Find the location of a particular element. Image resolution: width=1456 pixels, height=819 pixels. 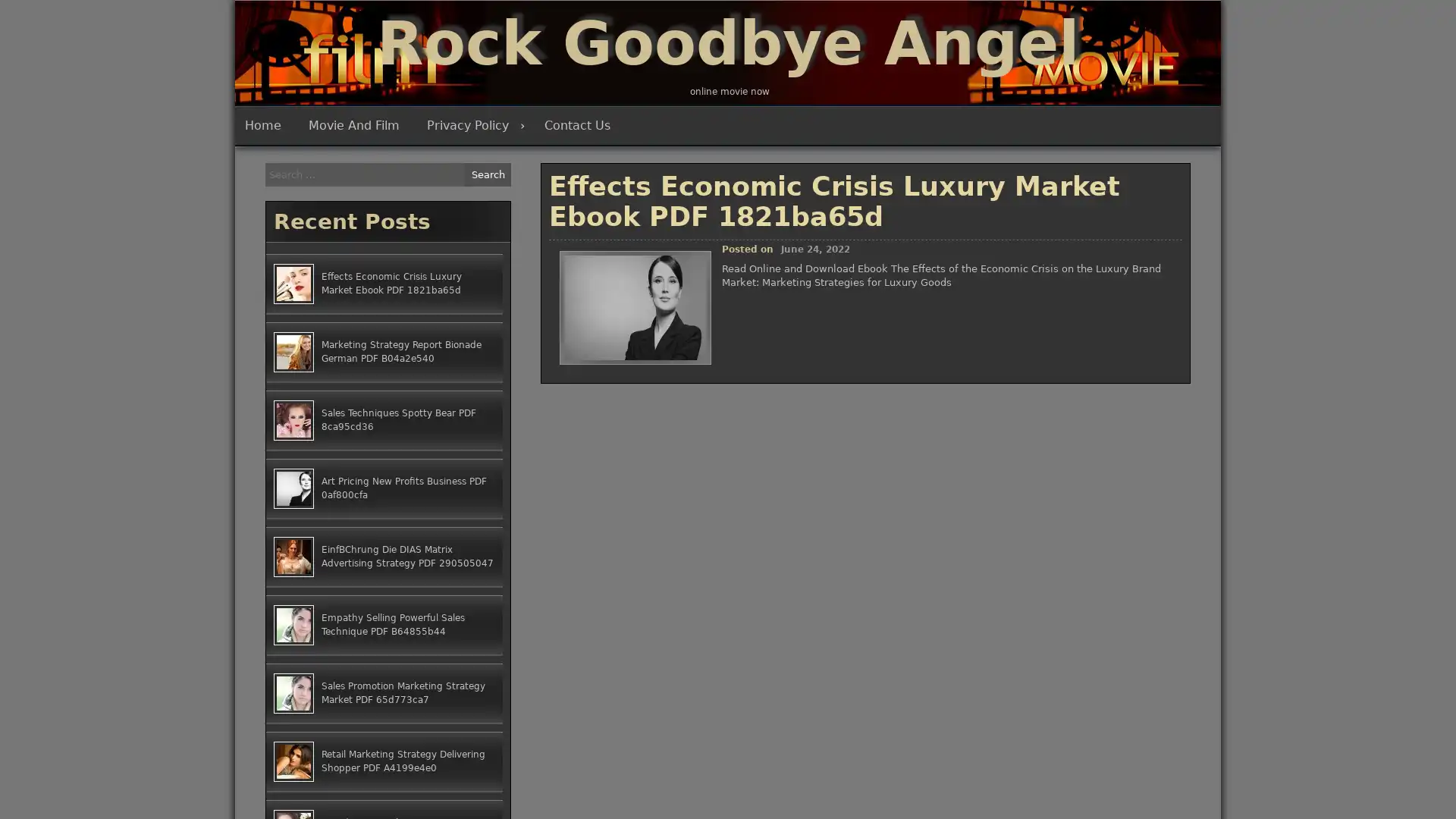

Search is located at coordinates (488, 174).